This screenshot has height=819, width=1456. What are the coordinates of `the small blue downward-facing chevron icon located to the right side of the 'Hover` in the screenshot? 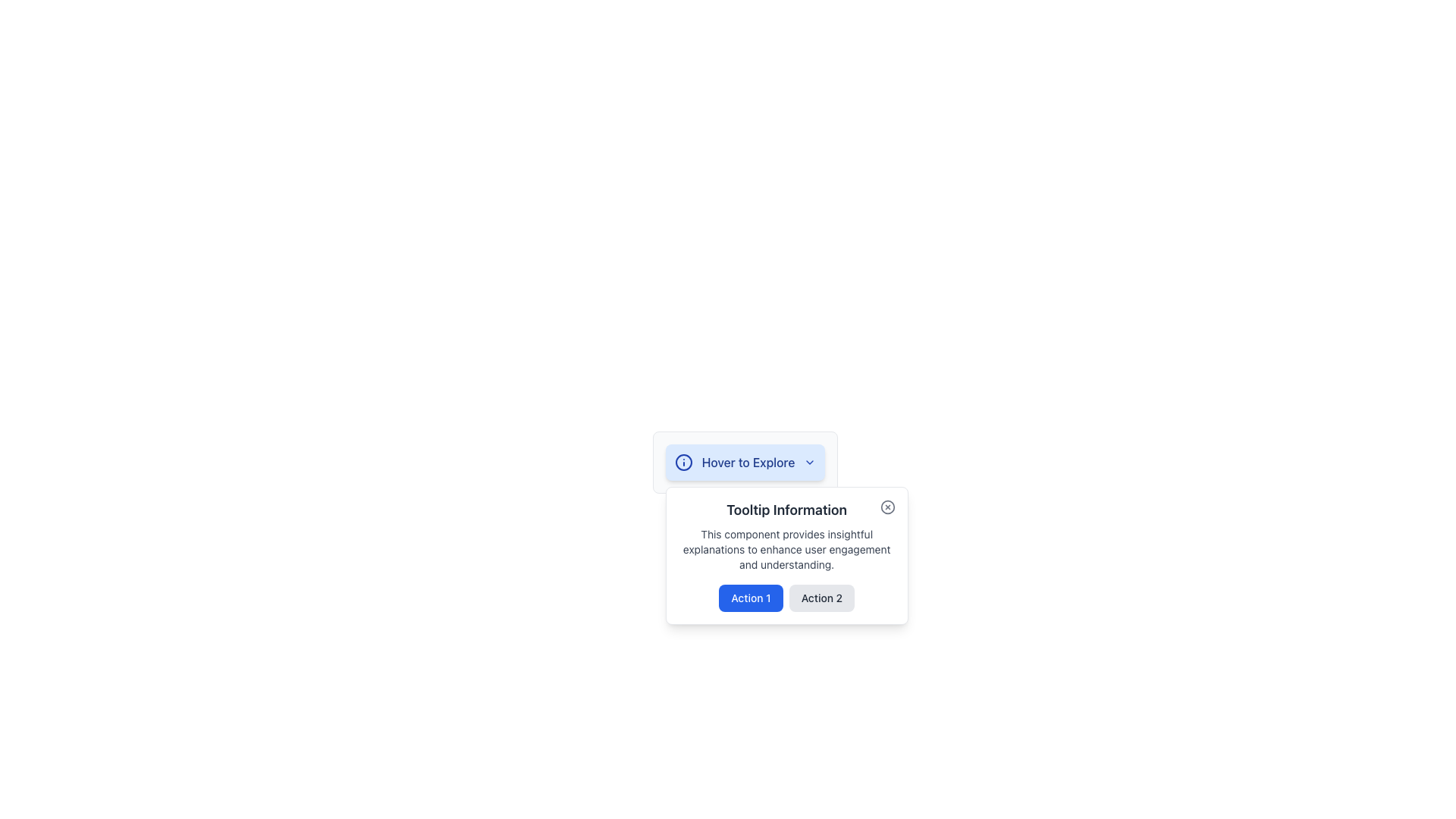 It's located at (809, 461).